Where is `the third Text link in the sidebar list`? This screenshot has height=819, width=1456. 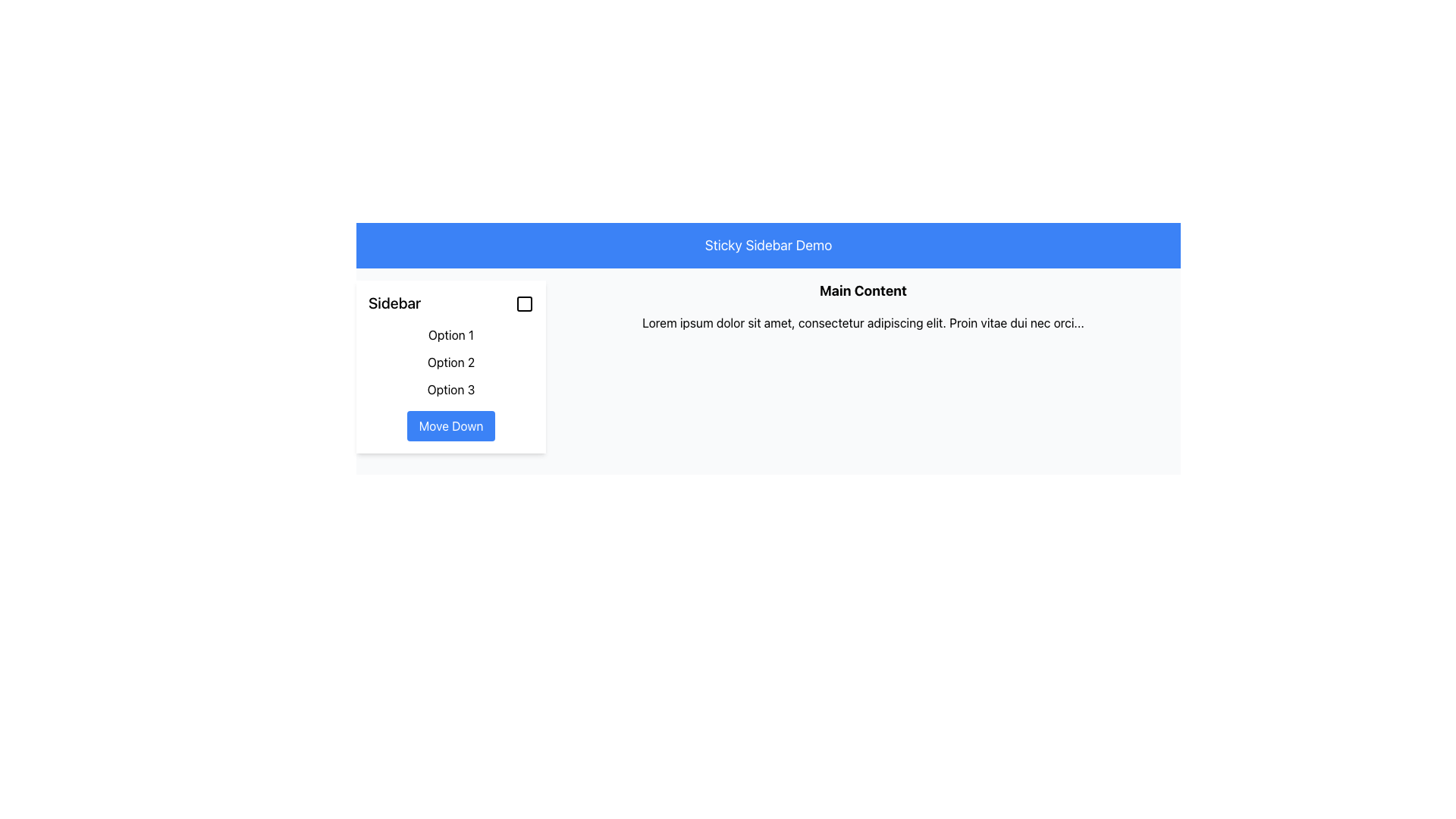
the third Text link in the sidebar list is located at coordinates (450, 388).